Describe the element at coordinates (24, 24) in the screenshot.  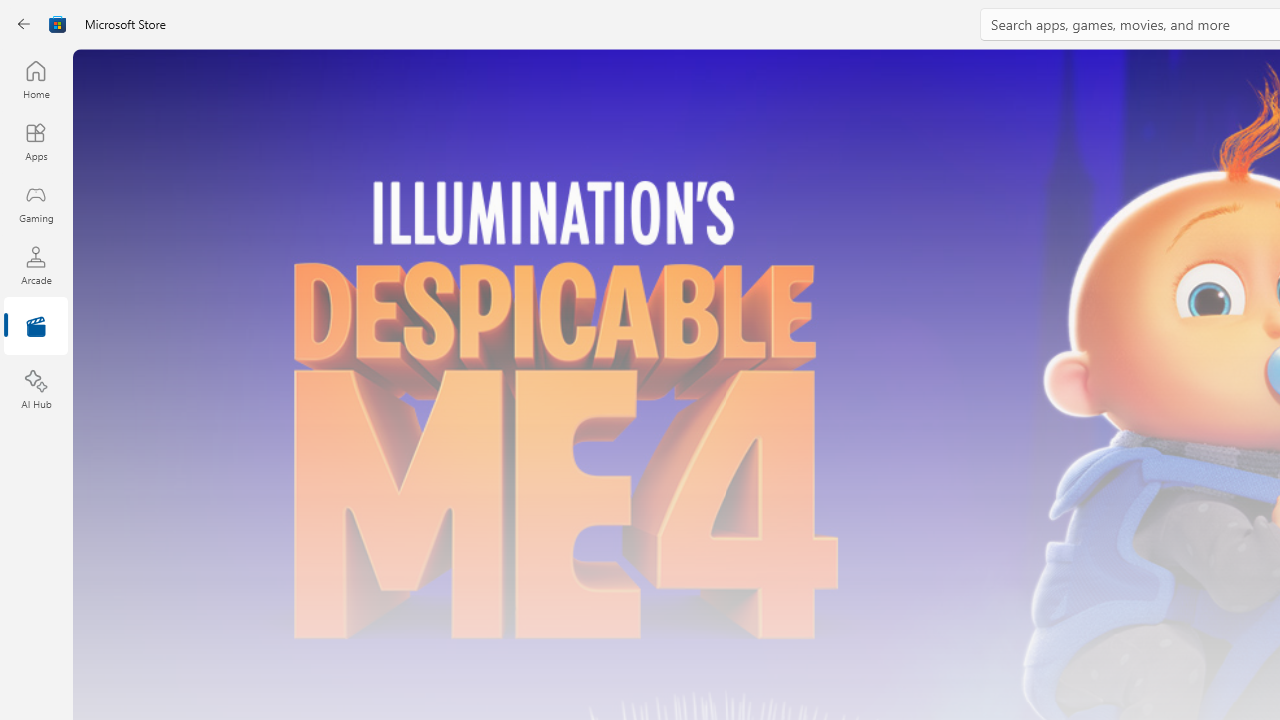
I see `'Back'` at that location.